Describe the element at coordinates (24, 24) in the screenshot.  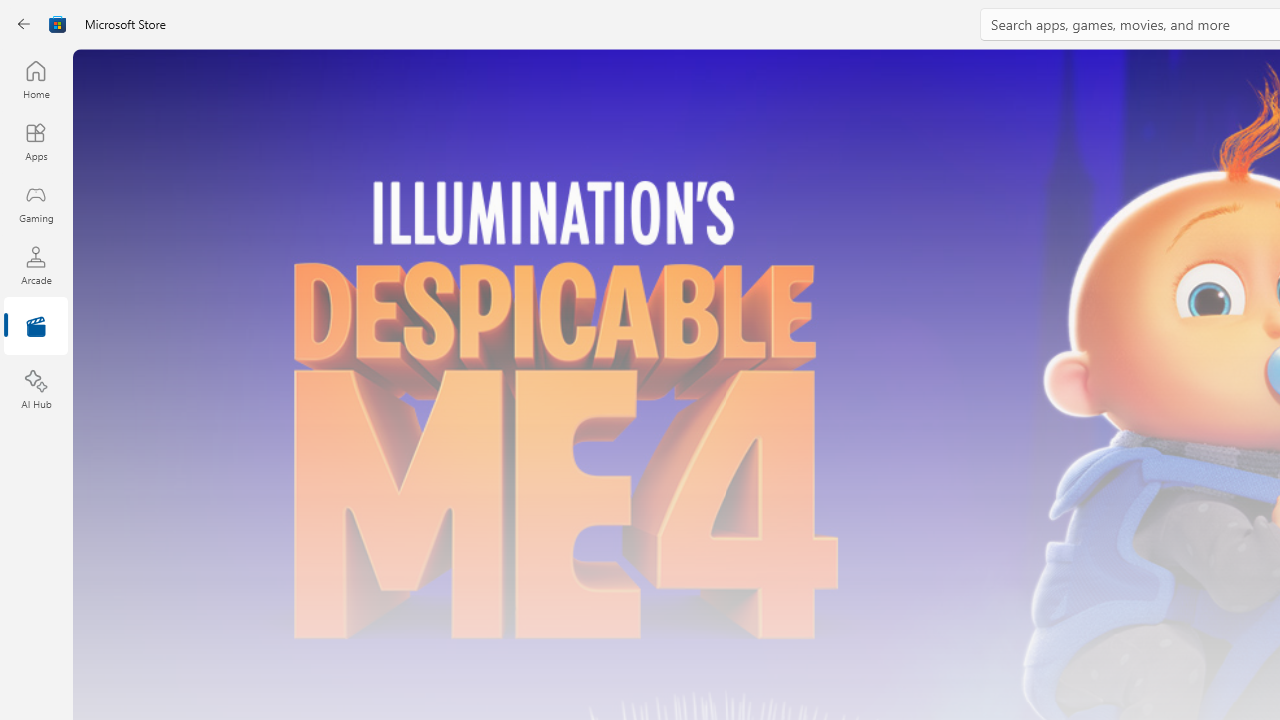
I see `'Back'` at that location.